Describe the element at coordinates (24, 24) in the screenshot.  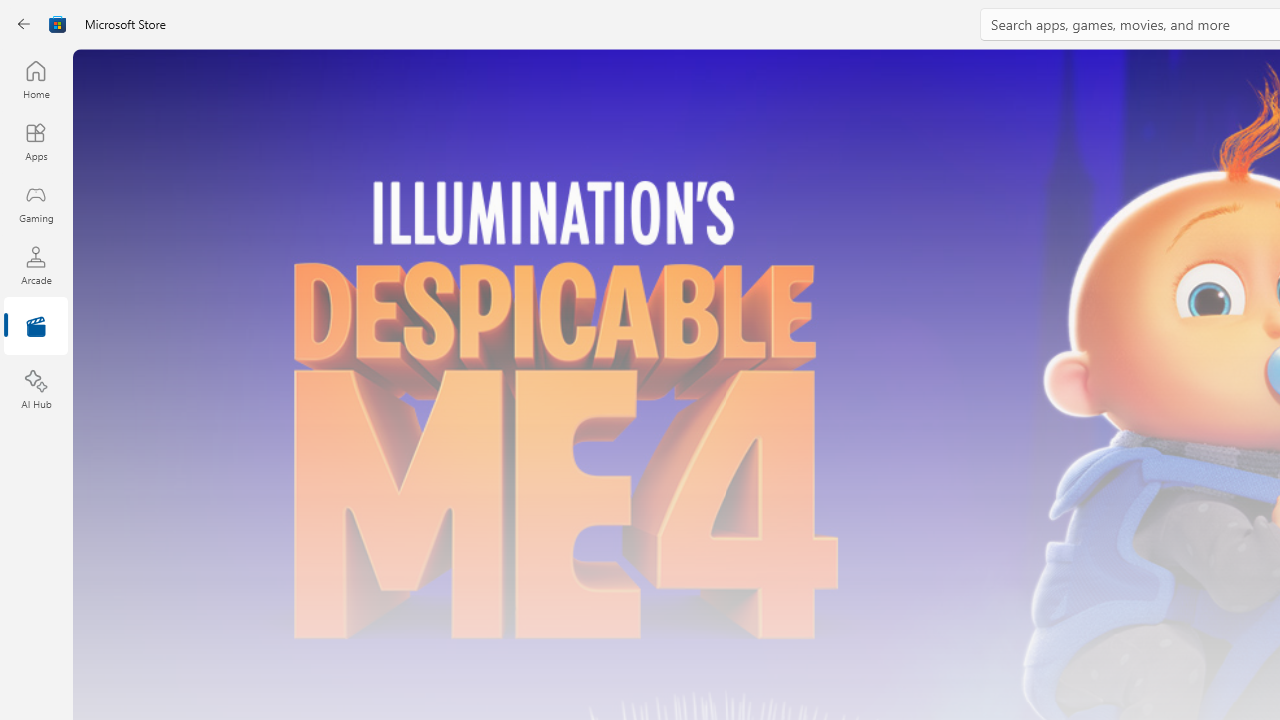
I see `'Back'` at that location.